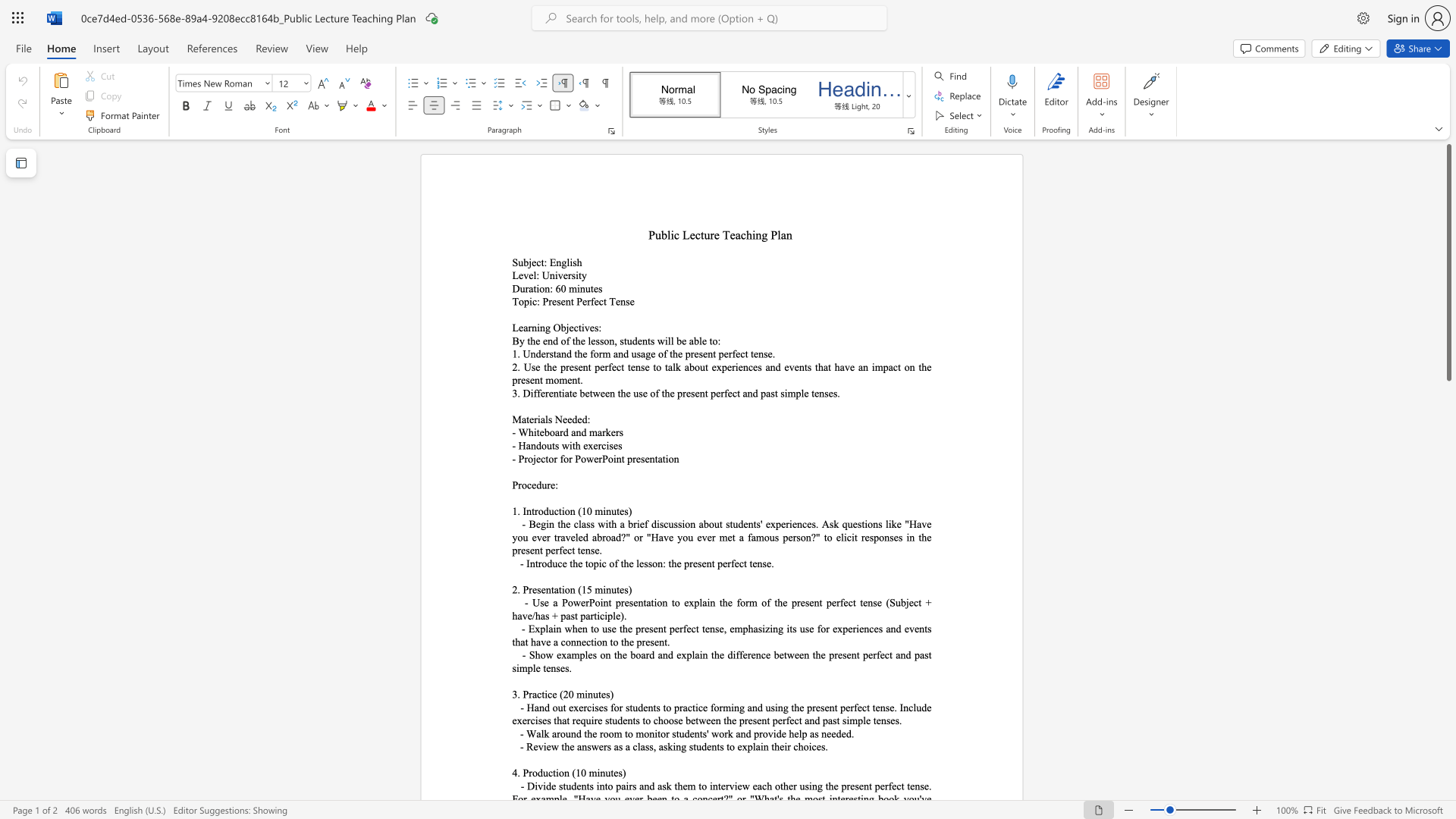 The height and width of the screenshot is (819, 1456). I want to click on the subset text "douts with exer" within the text "- Handouts with exercises", so click(535, 444).